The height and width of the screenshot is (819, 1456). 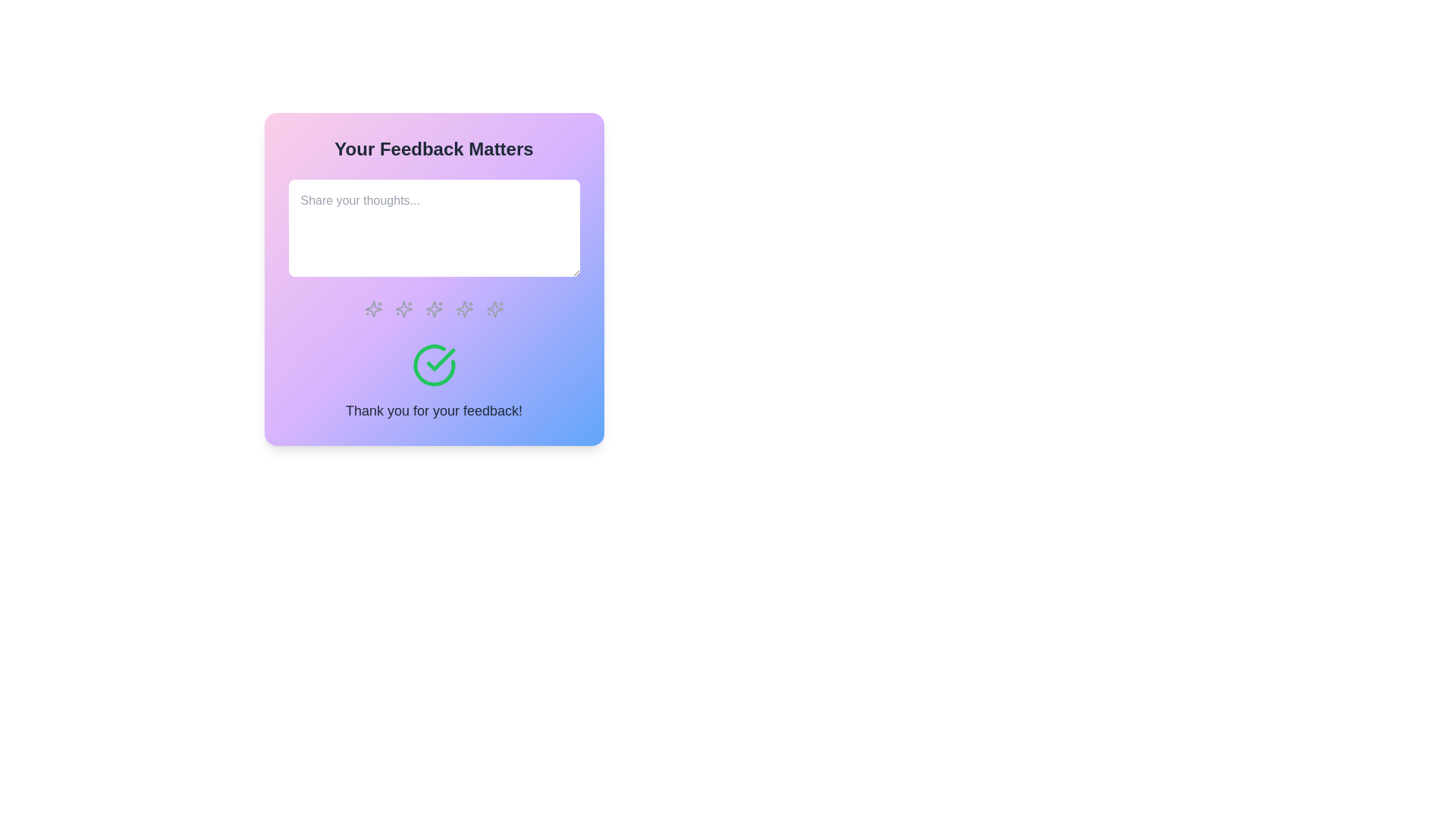 What do you see at coordinates (433, 279) in the screenshot?
I see `the rating icons on the Feedback card located in the center of the interface, which allows users to provide feedback through ratings` at bounding box center [433, 279].